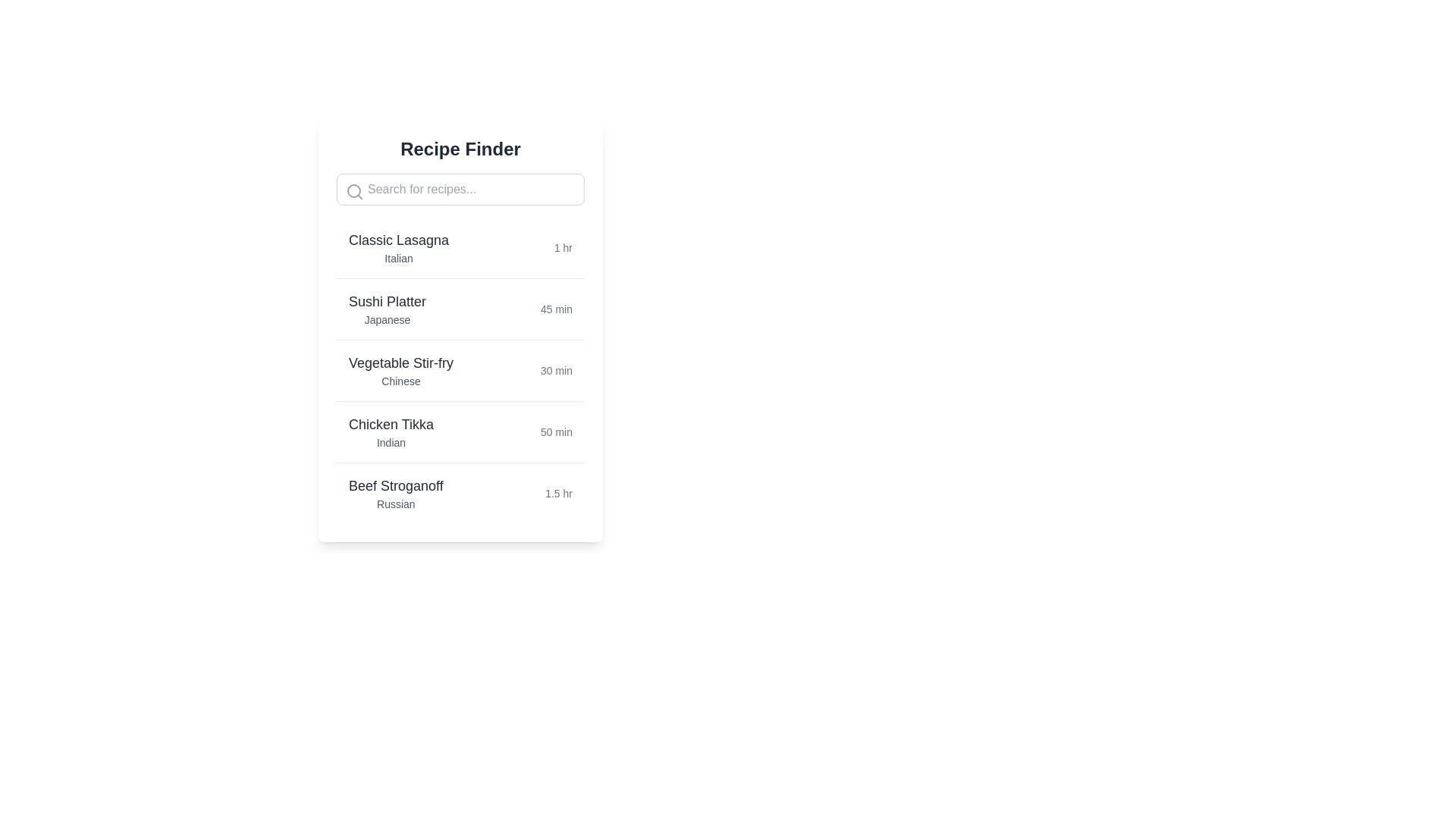  I want to click on text content of the Text Label displaying 'Indian', which is located beneath the bolded title 'Chicken Tikka' in the Recipe Finder list interface, so click(391, 442).